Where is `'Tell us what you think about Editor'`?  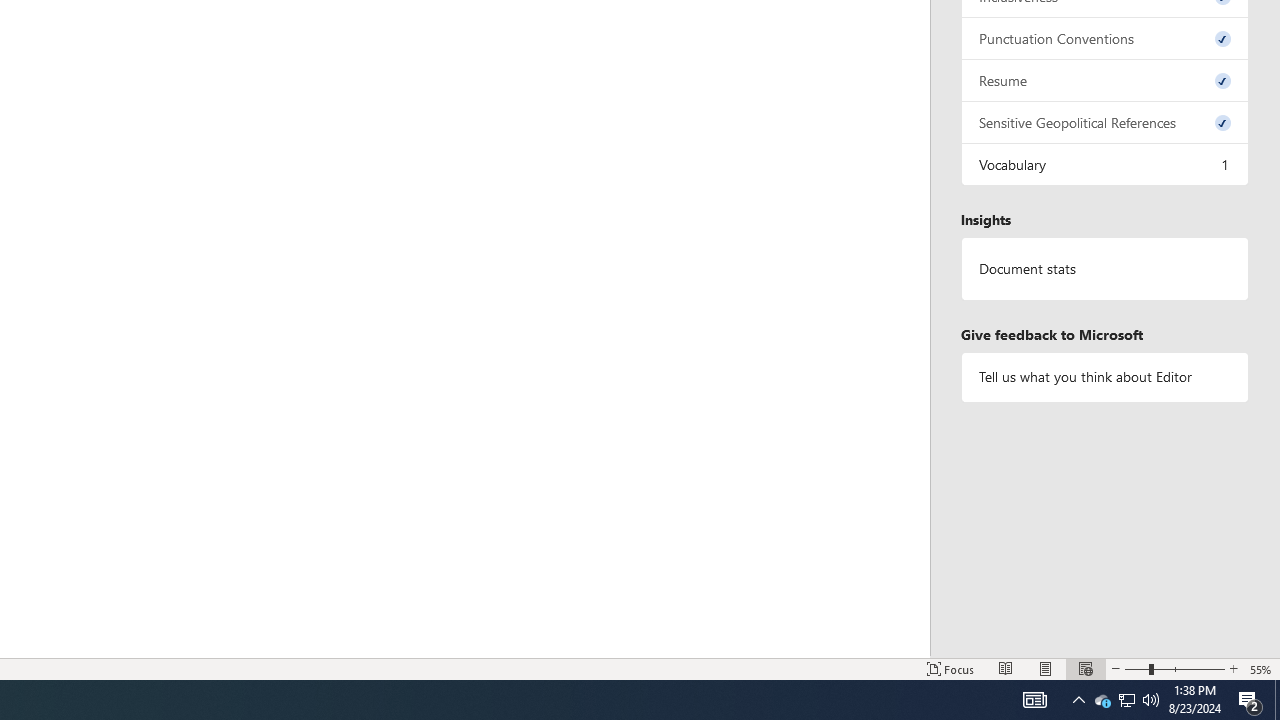 'Tell us what you think about Editor' is located at coordinates (1104, 377).